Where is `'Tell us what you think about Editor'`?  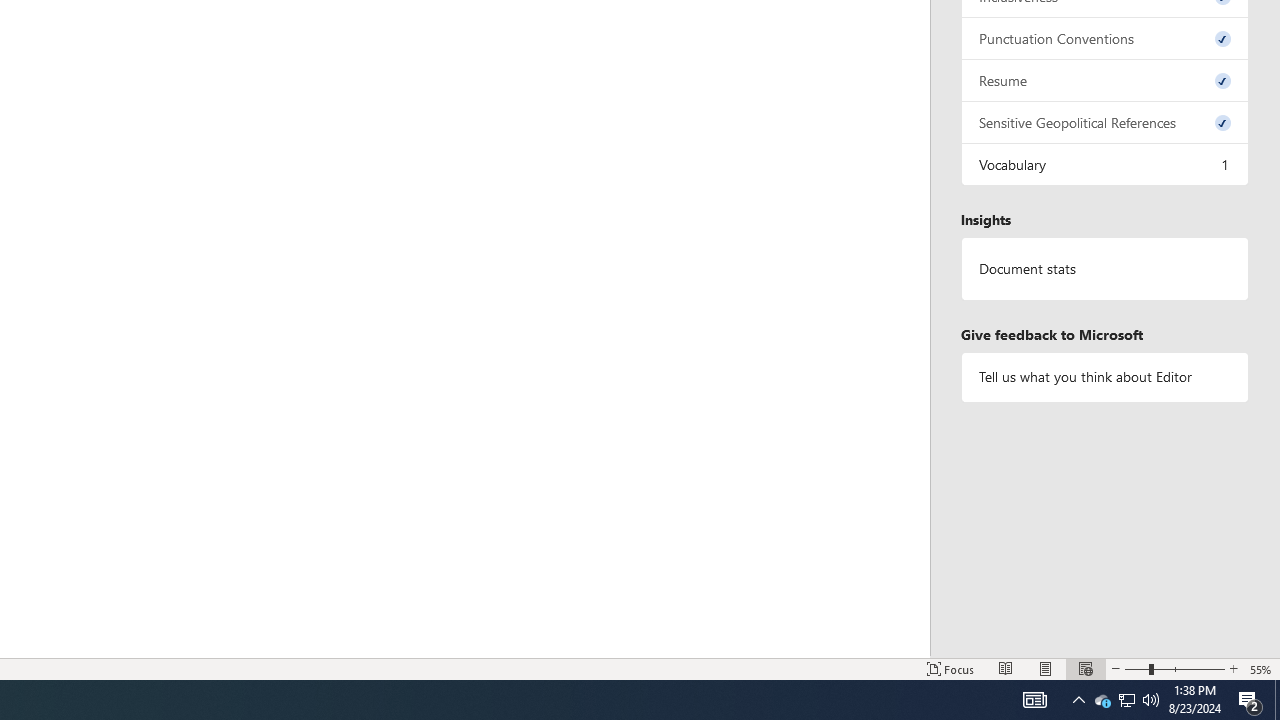 'Tell us what you think about Editor' is located at coordinates (1104, 377).